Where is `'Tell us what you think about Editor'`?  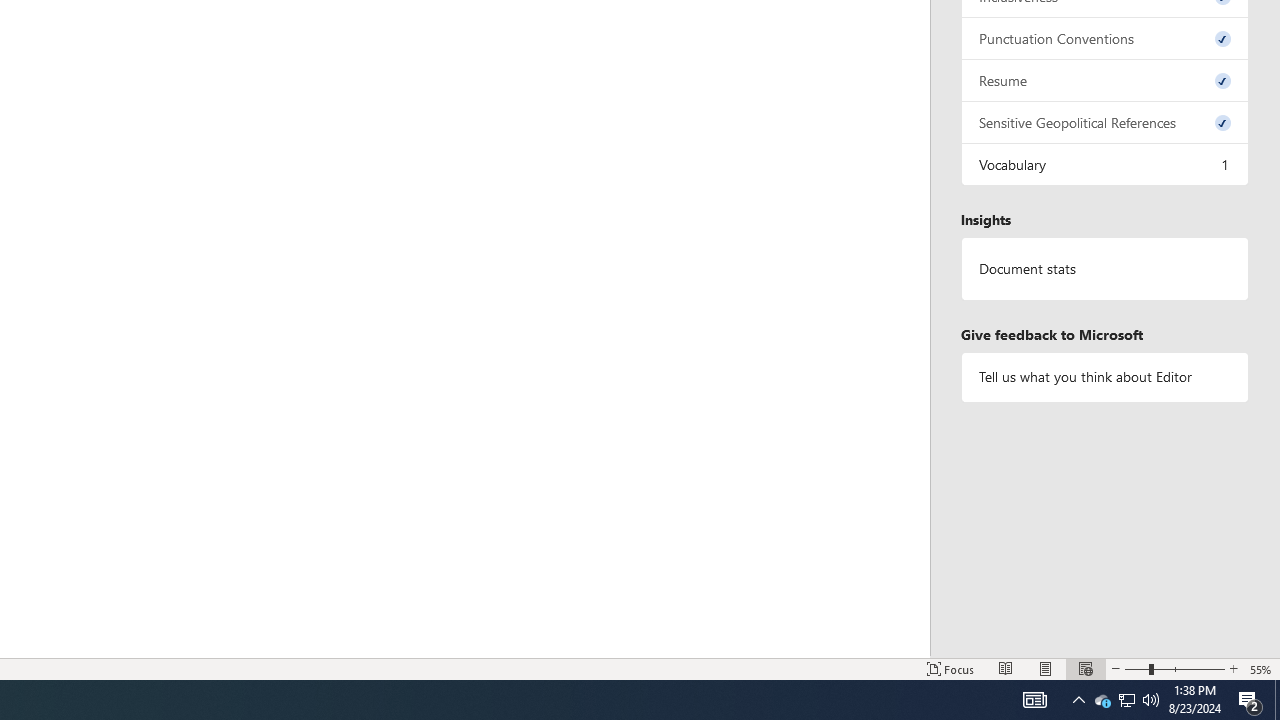 'Tell us what you think about Editor' is located at coordinates (1104, 377).